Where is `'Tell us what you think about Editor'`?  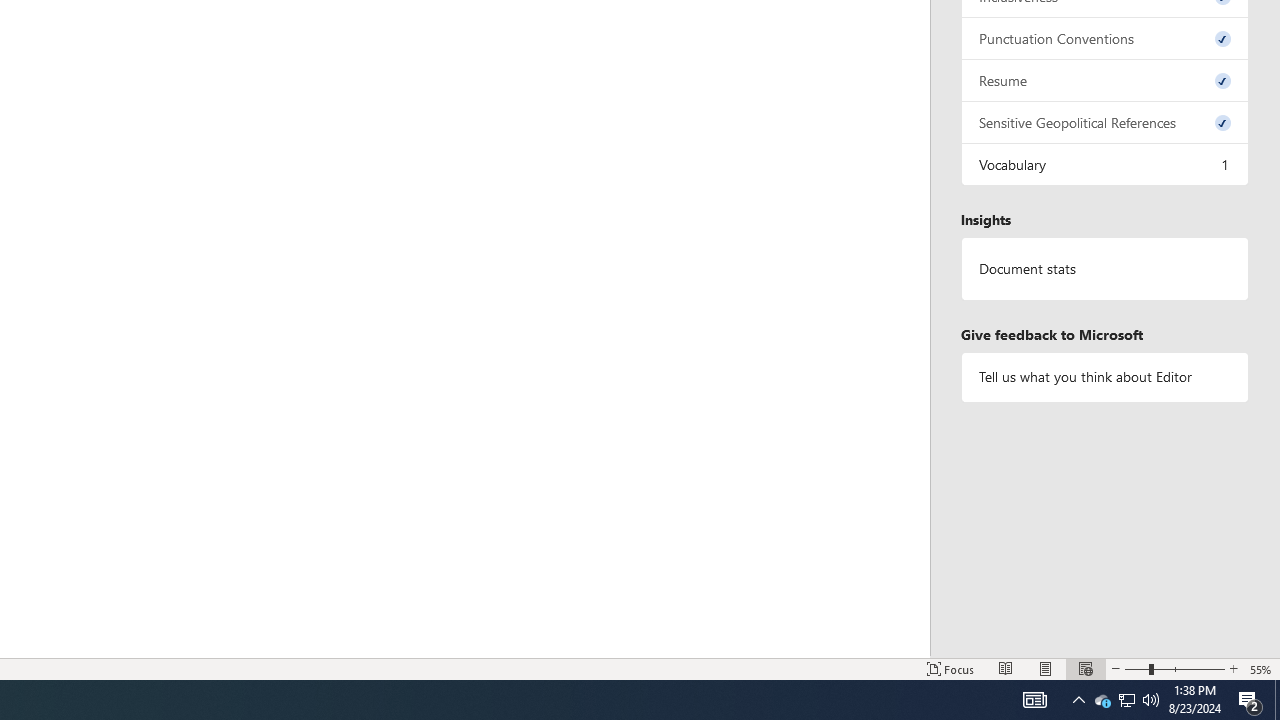 'Tell us what you think about Editor' is located at coordinates (1104, 377).